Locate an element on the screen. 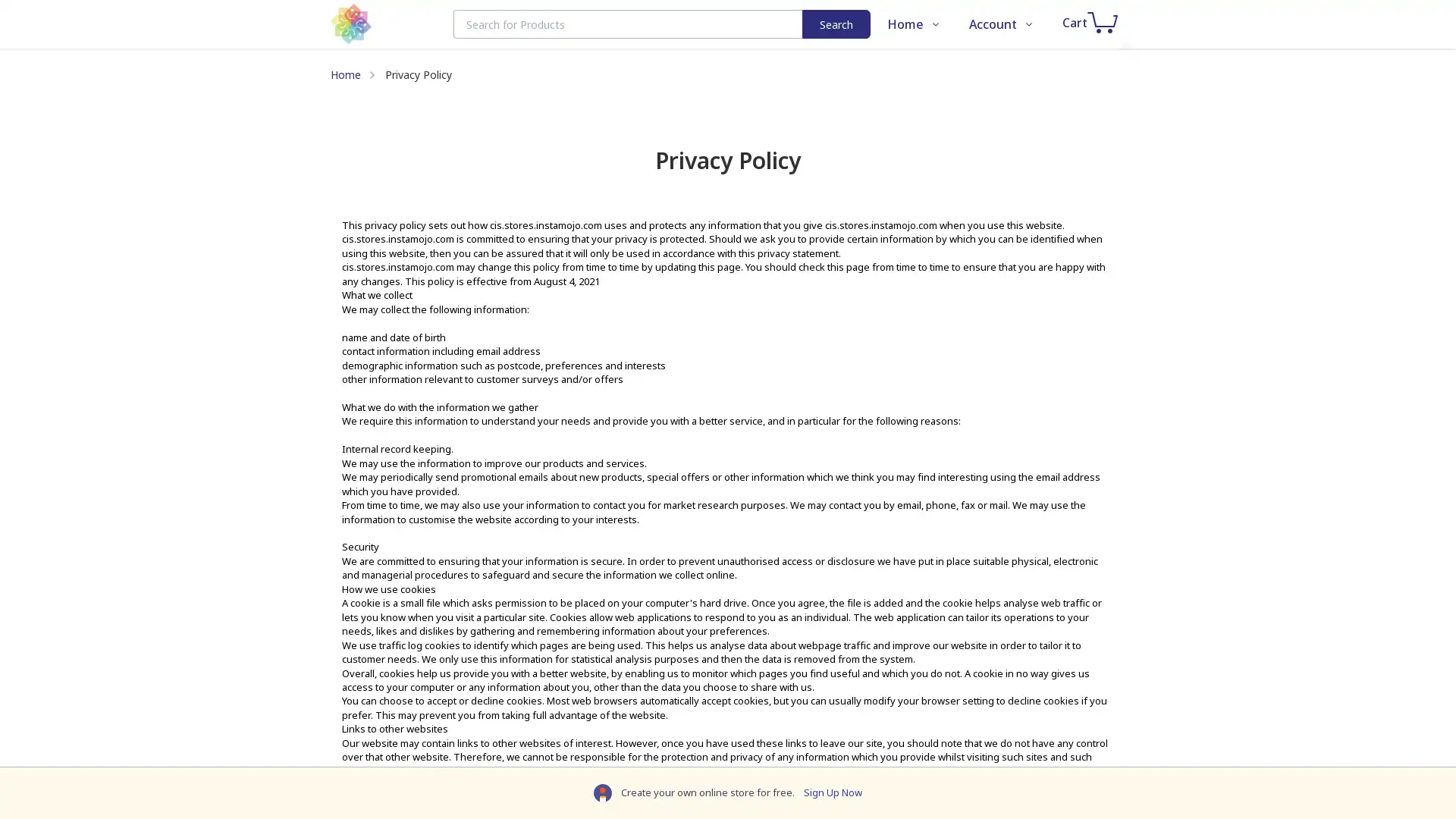 This screenshot has height=819, width=1456. Proceed to Checkout is located at coordinates (1204, 253).